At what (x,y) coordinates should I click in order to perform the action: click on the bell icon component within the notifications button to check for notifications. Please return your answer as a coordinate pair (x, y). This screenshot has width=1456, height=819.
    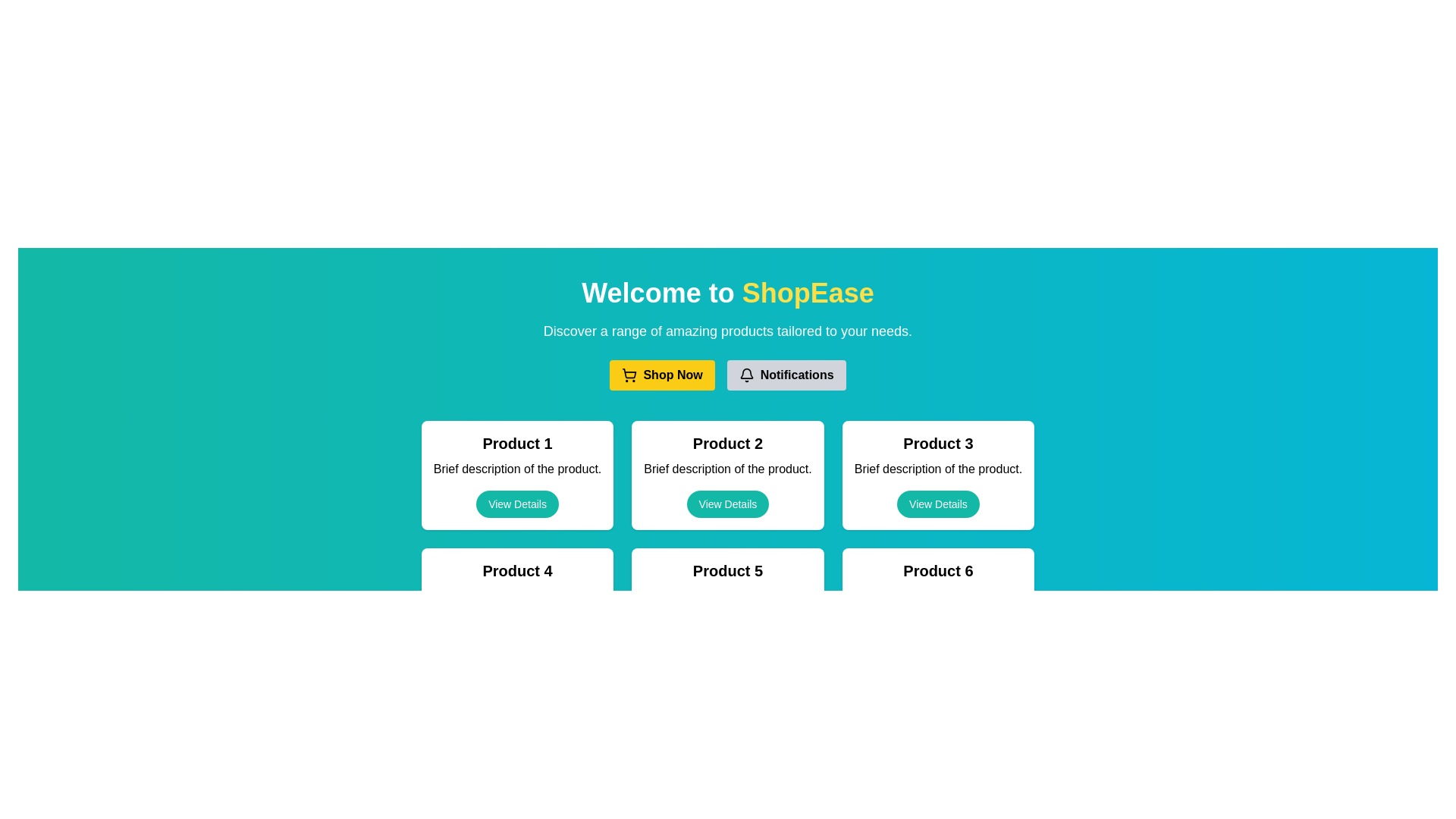
    Looking at the image, I should click on (746, 373).